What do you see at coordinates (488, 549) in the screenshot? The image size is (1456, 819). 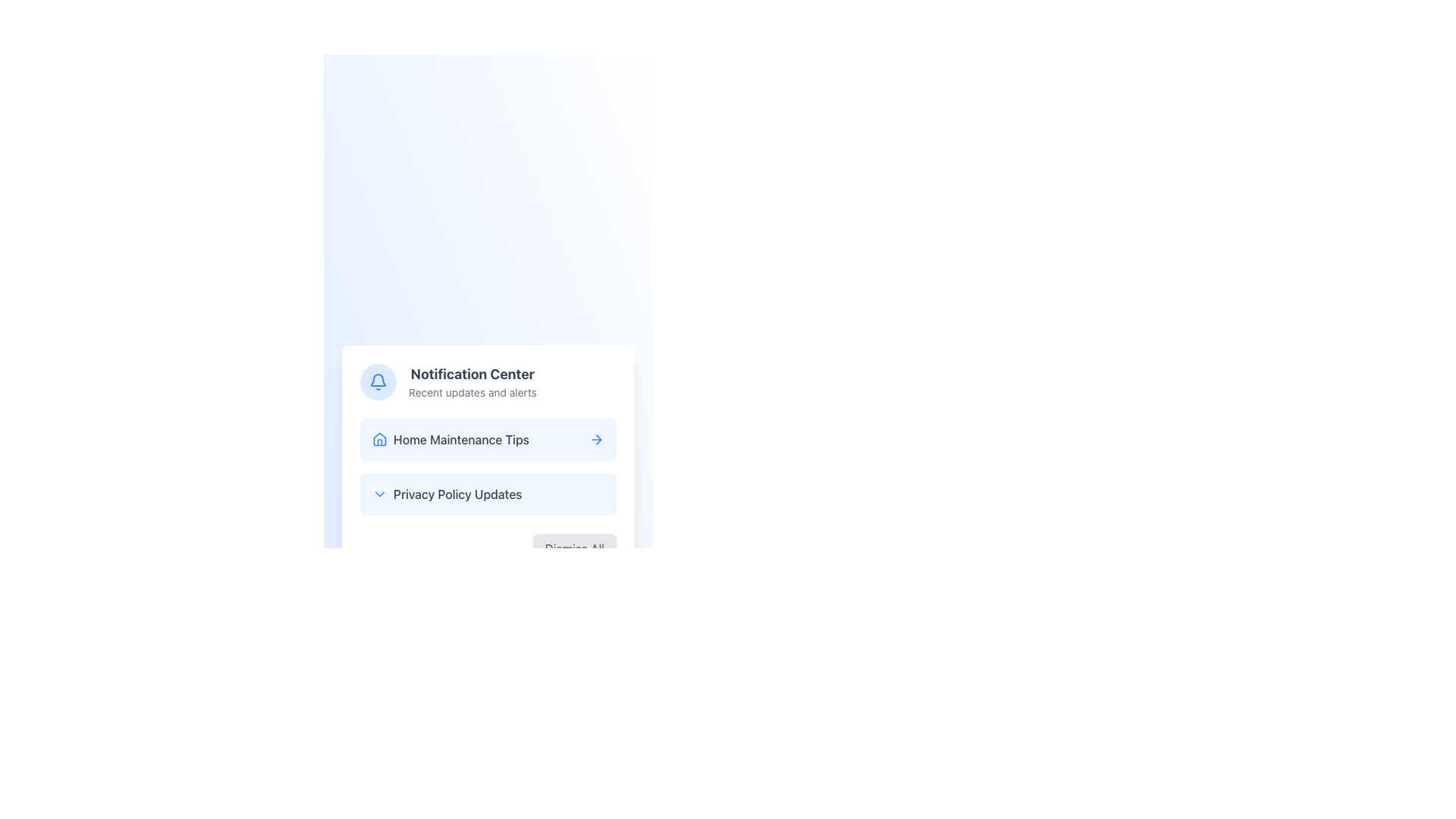 I see `the dismiss all notifications button located at the bottom-right corner of the 'Notification Center' white card` at bounding box center [488, 549].